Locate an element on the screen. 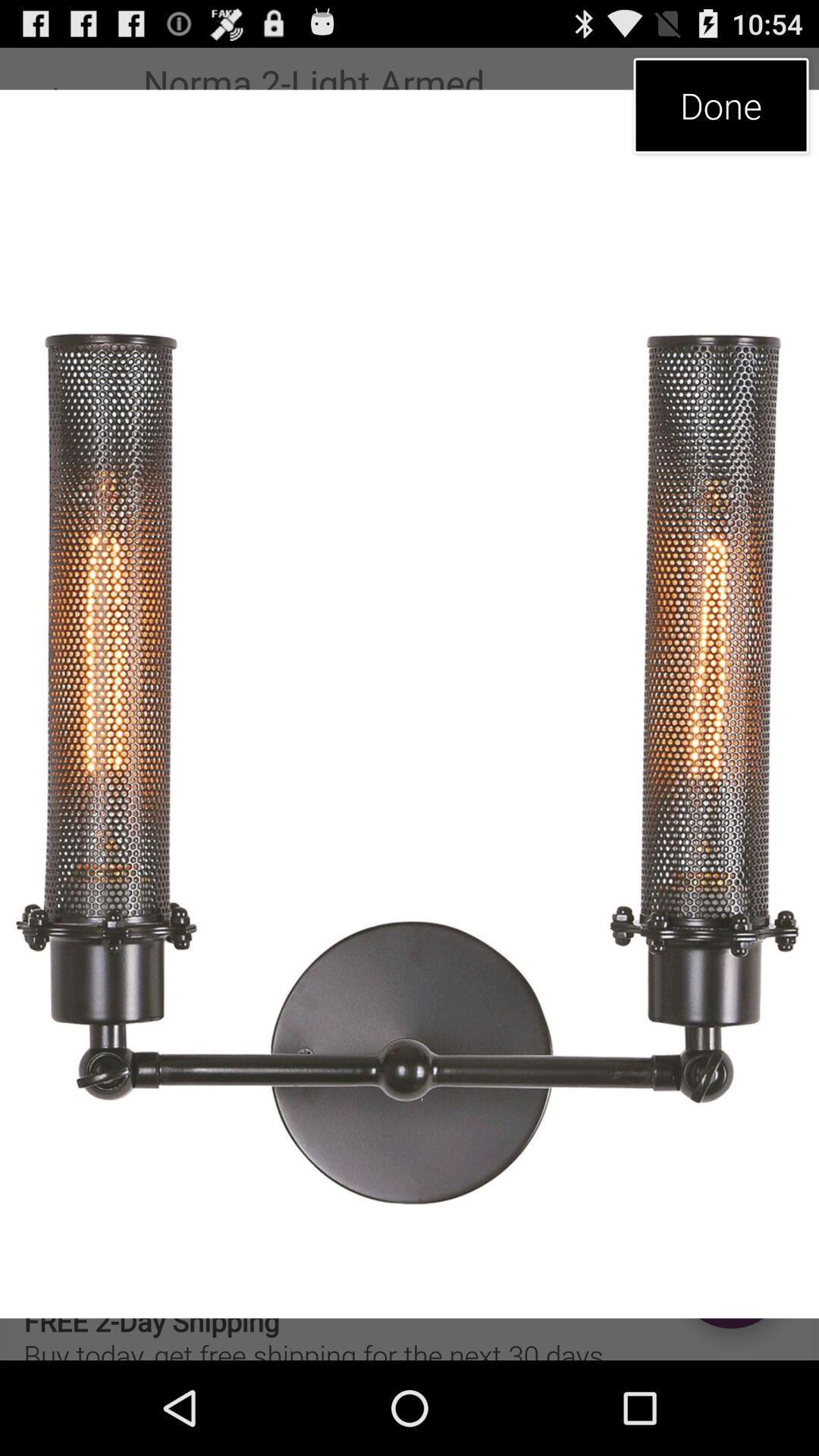  the done icon is located at coordinates (720, 105).